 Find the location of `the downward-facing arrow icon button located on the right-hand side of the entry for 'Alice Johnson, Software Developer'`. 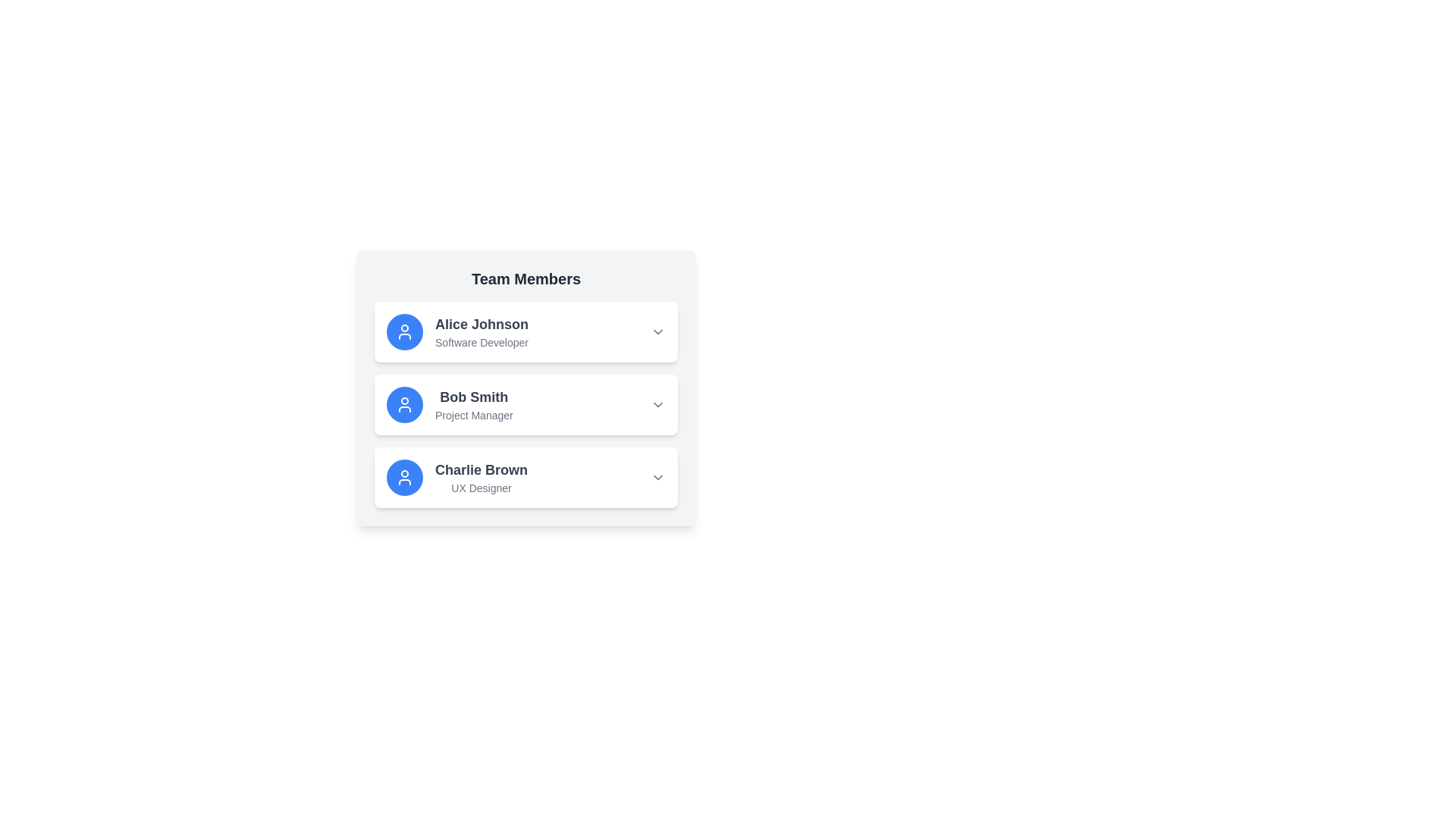

the downward-facing arrow icon button located on the right-hand side of the entry for 'Alice Johnson, Software Developer' is located at coordinates (658, 331).